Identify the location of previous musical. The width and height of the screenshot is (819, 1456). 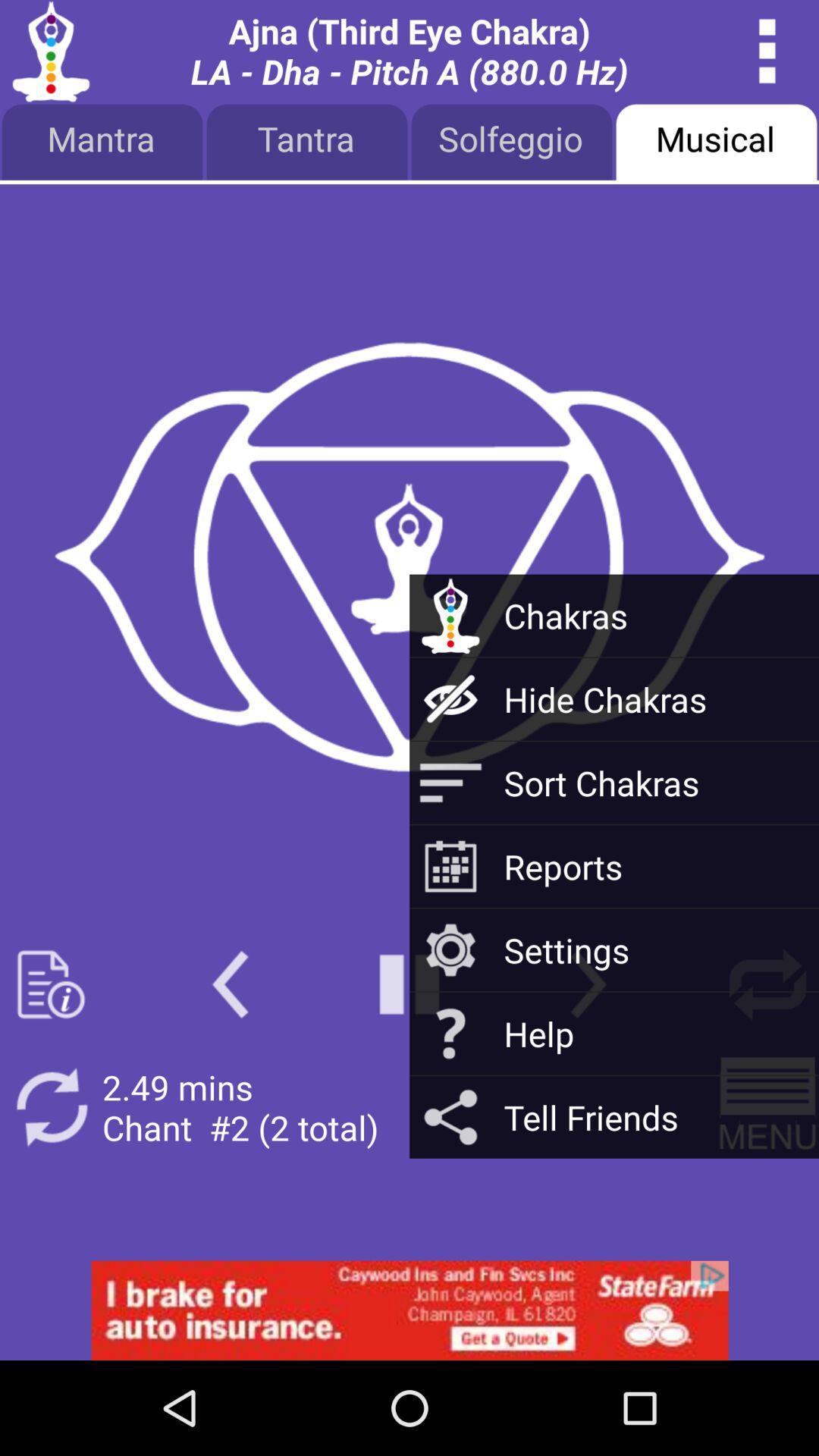
(230, 984).